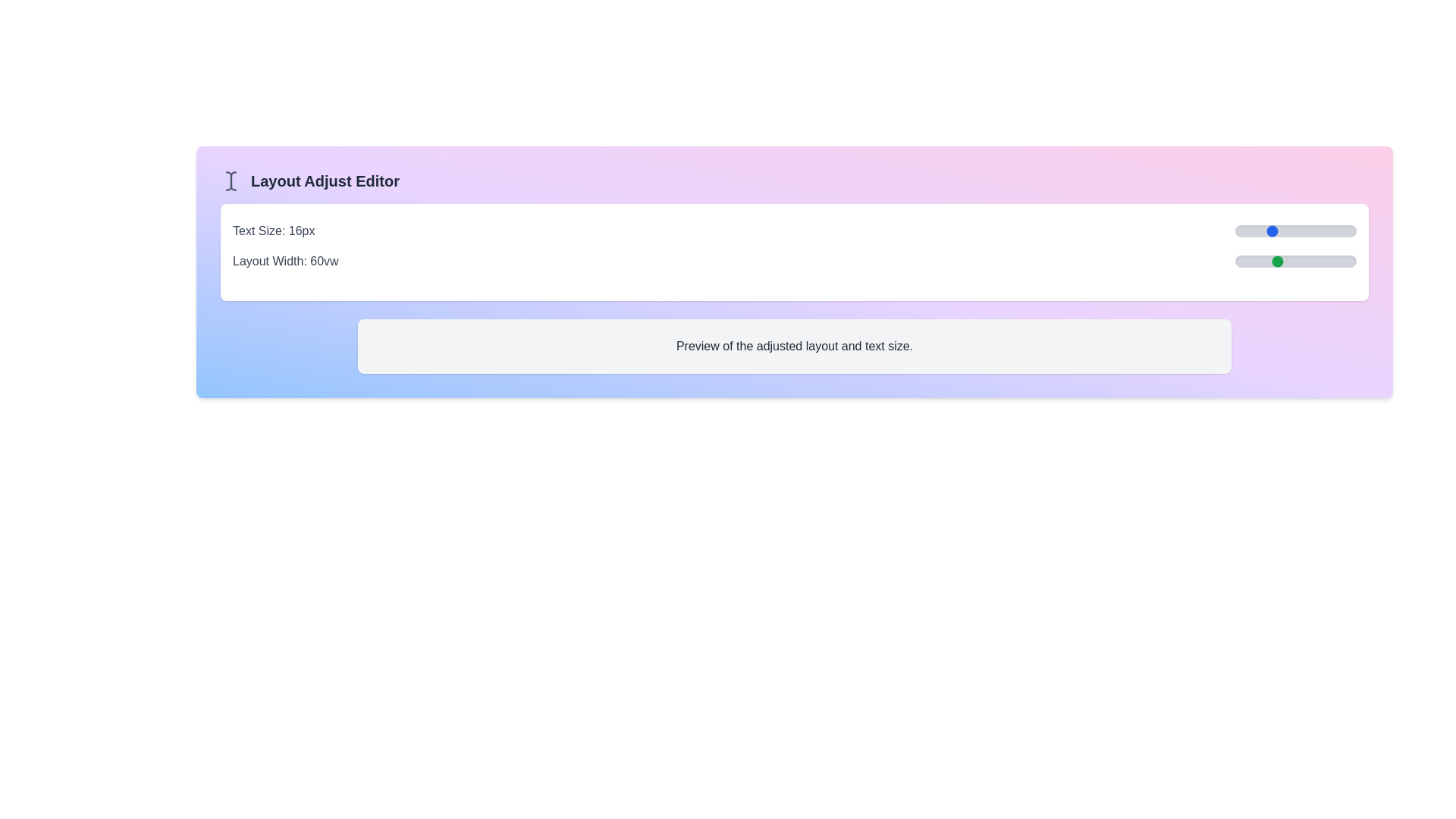 The width and height of the screenshot is (1456, 819). I want to click on the text display area which is a light gray rectangular block with rounded corners containing the text 'Preview of the adjusted layout and text size.', so click(793, 346).